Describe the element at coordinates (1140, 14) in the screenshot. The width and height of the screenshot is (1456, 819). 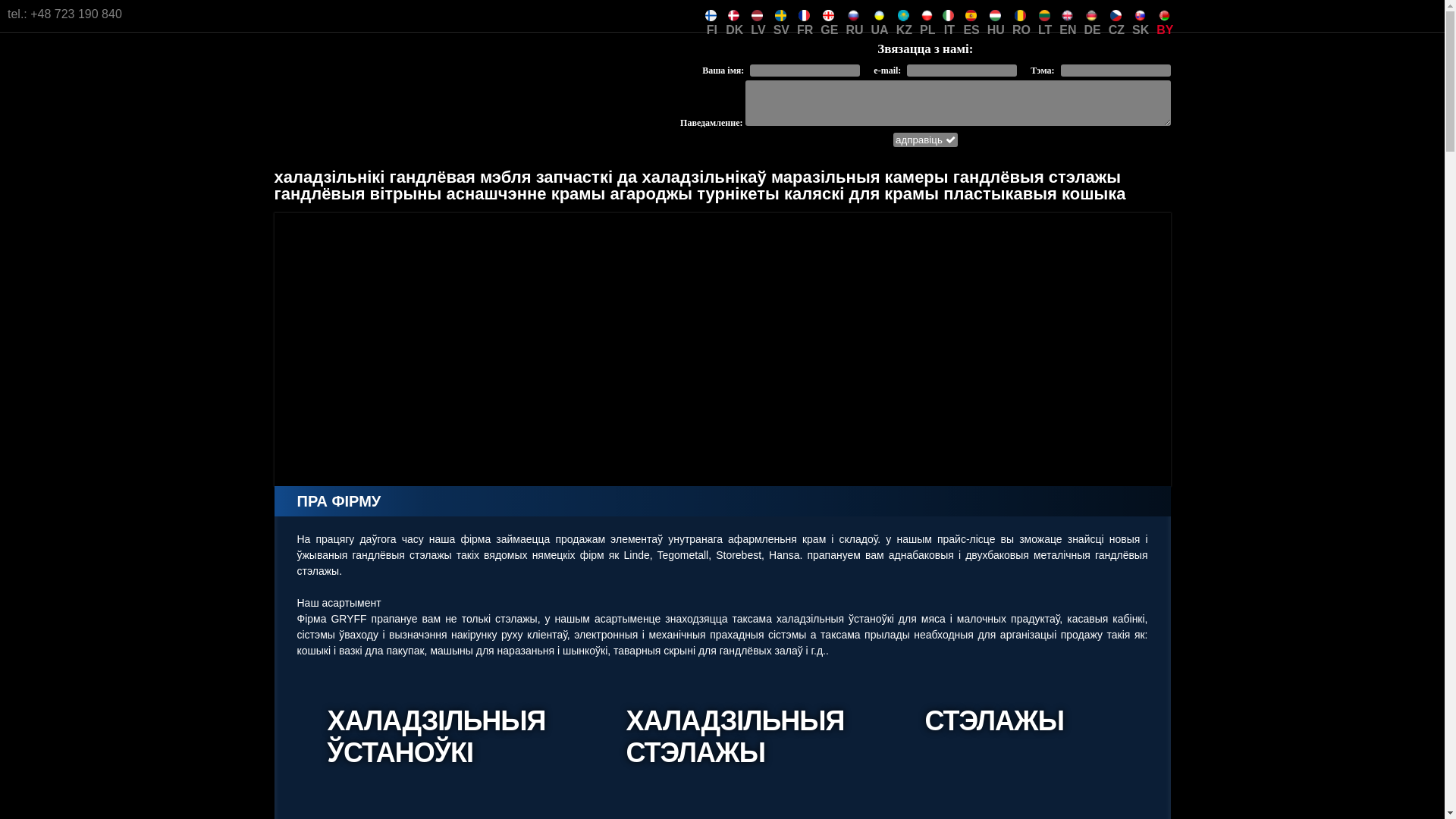
I see `'SK'` at that location.